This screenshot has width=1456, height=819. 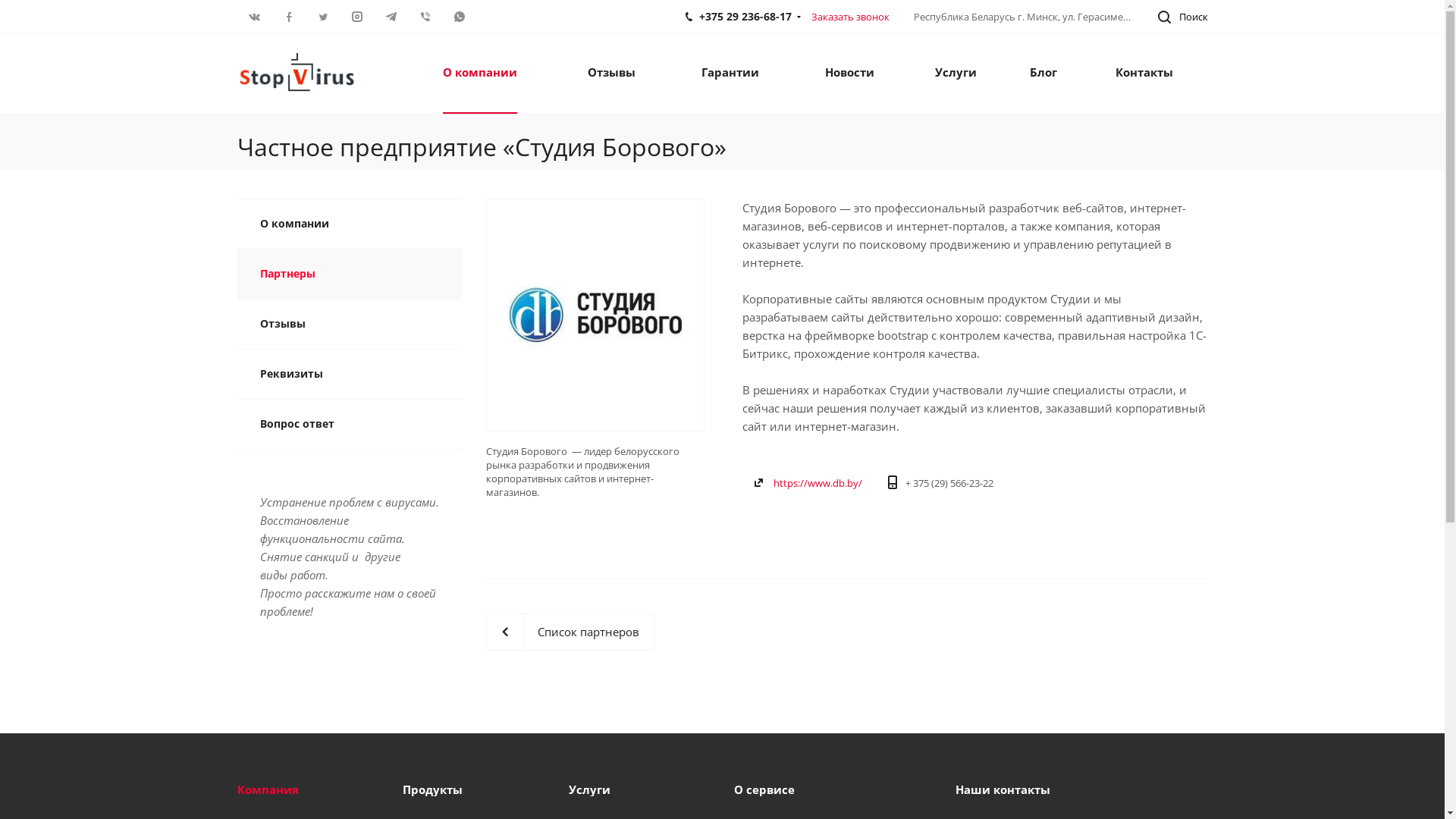 I want to click on 'https://www.db.by/', so click(x=773, y=482).